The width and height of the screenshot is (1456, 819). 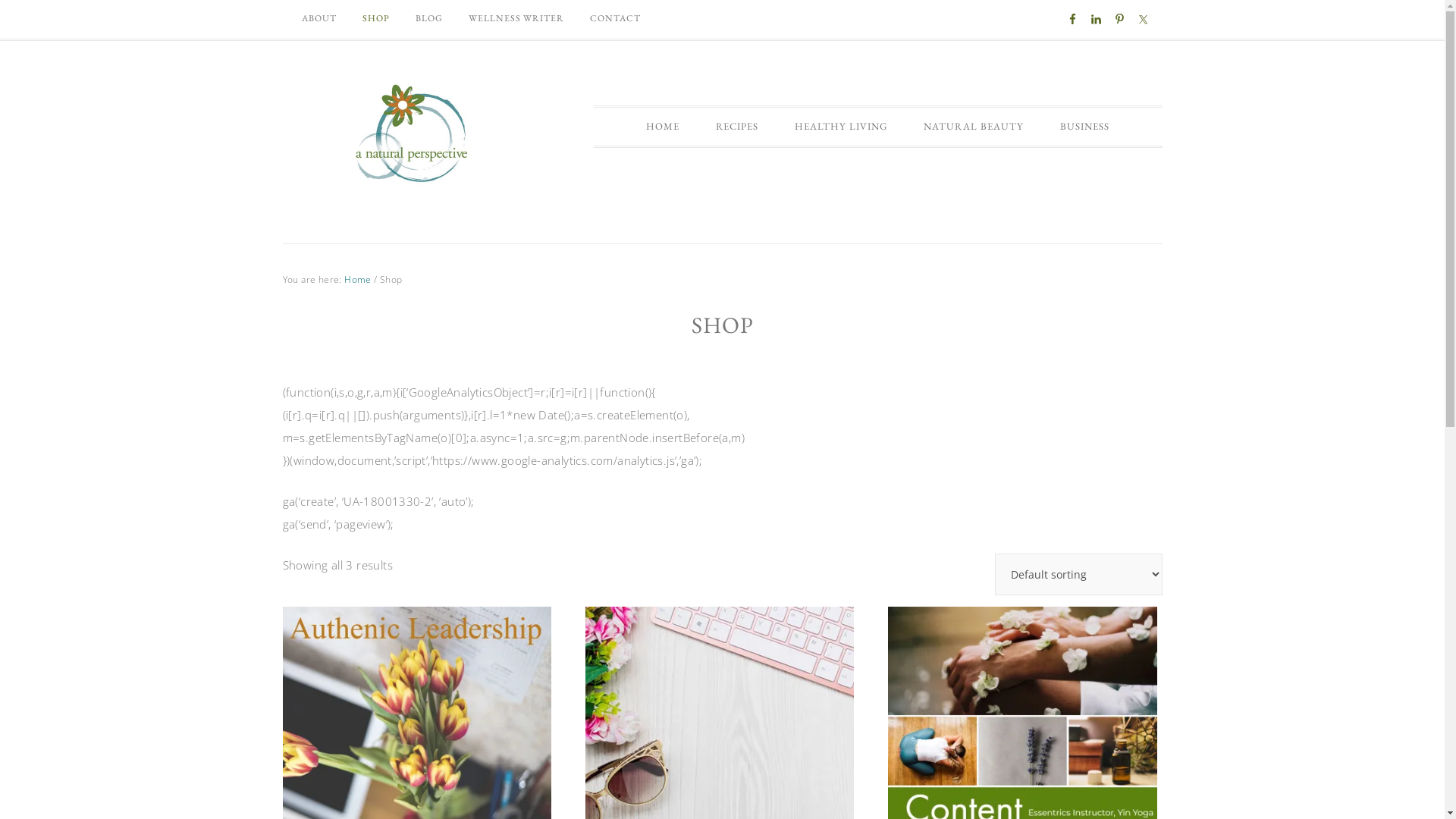 I want to click on 'SHOP', so click(x=375, y=17).